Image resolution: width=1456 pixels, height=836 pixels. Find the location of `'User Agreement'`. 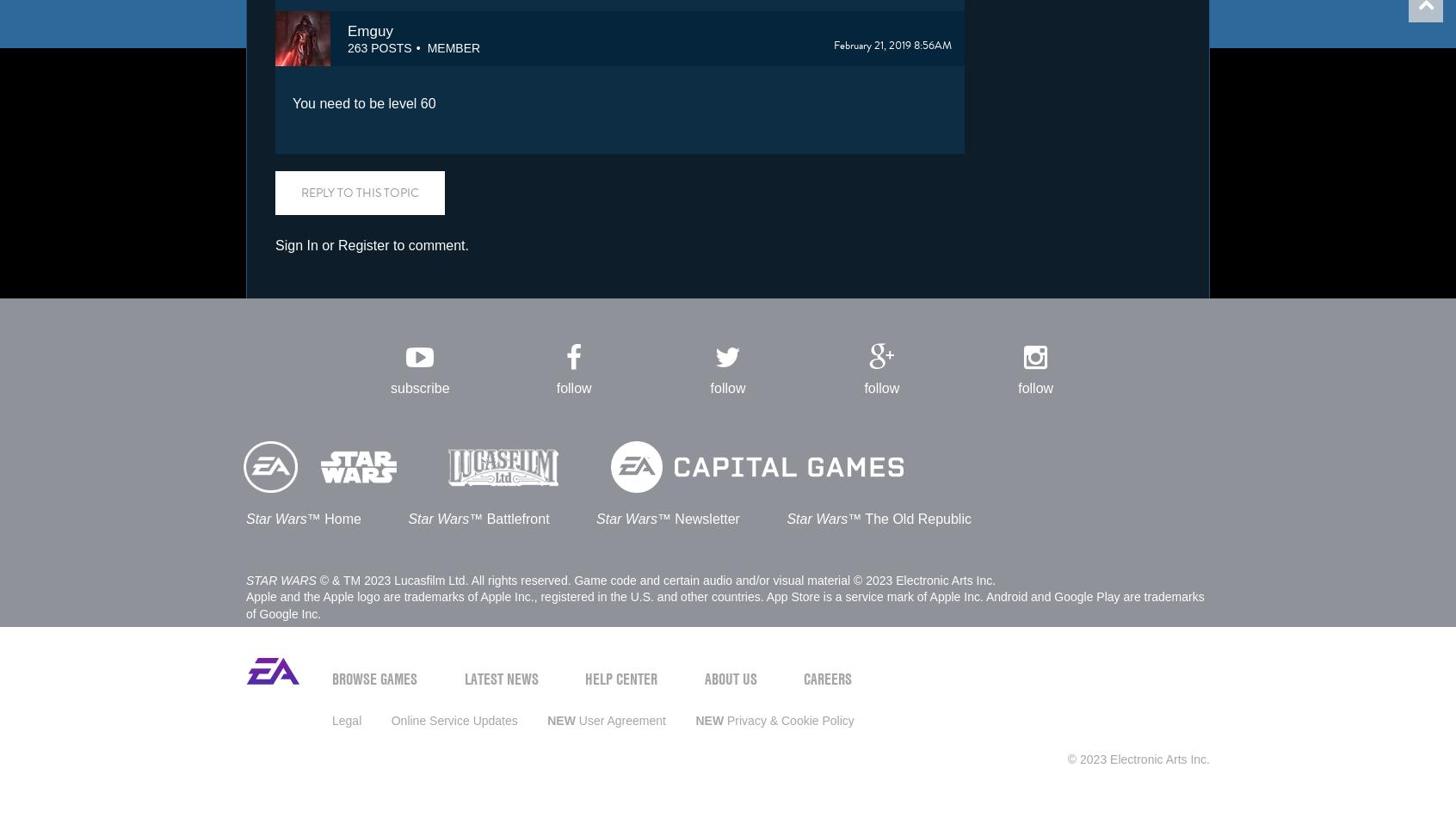

'User Agreement' is located at coordinates (619, 719).